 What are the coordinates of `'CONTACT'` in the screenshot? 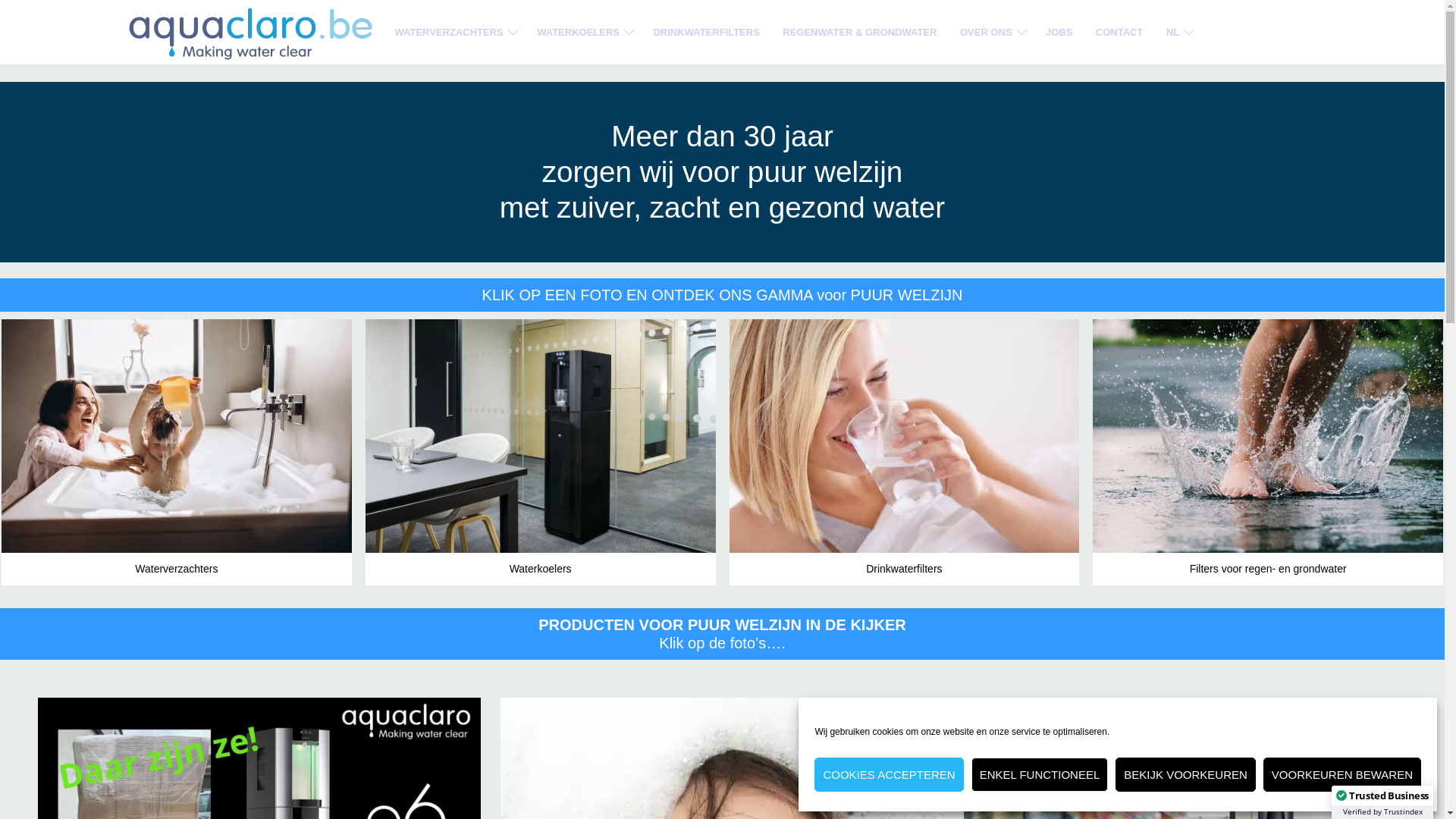 It's located at (1119, 32).